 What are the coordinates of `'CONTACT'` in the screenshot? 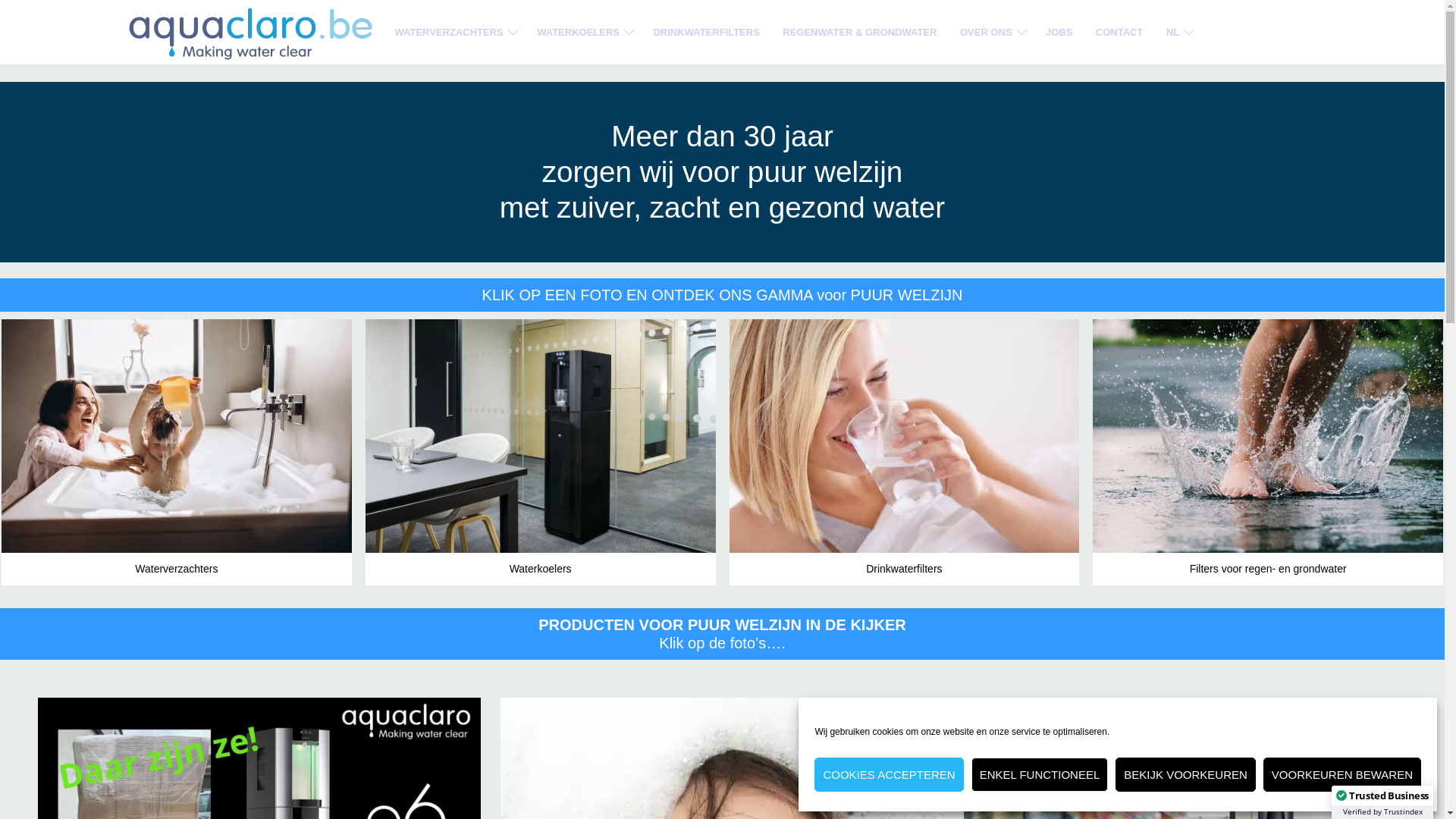 It's located at (1119, 32).